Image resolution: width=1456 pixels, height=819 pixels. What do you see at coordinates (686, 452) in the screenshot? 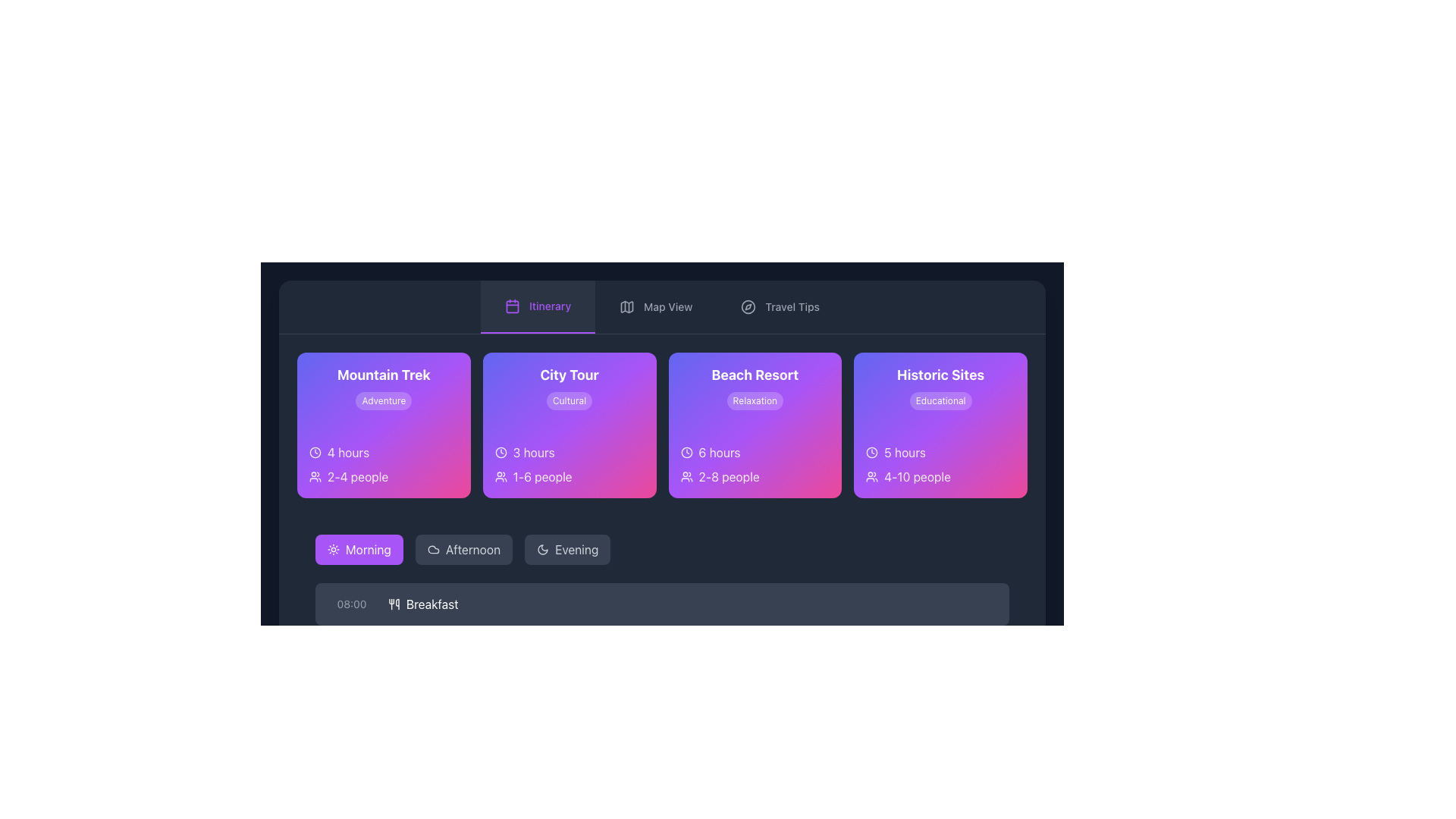
I see `SVG Circle element that represents the clock face in the Beach Resort card, located in the bottom-right area of the card` at bounding box center [686, 452].